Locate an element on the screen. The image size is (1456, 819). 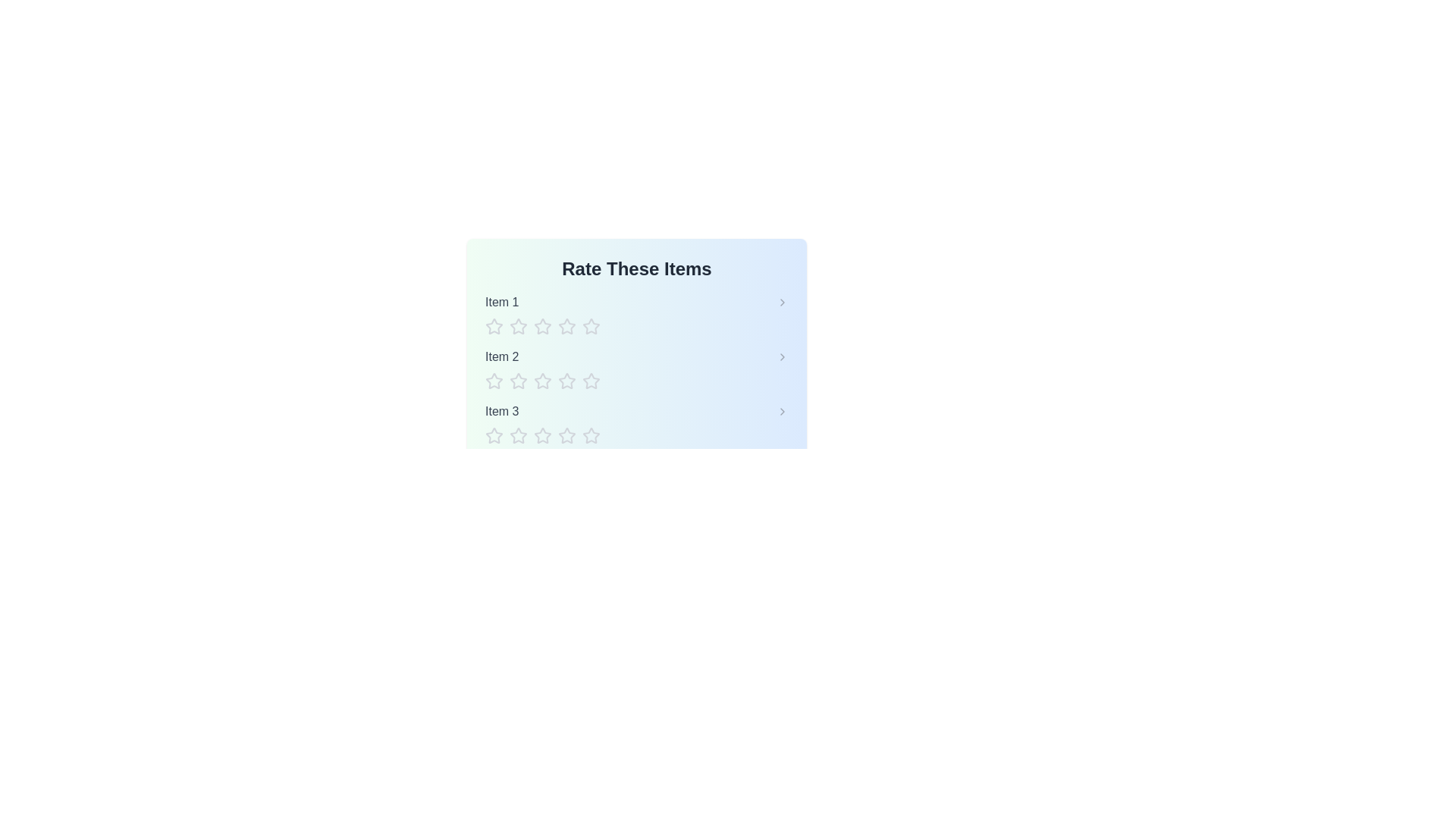
the star corresponding to the rating 5 for item Item 3 is located at coordinates (590, 435).